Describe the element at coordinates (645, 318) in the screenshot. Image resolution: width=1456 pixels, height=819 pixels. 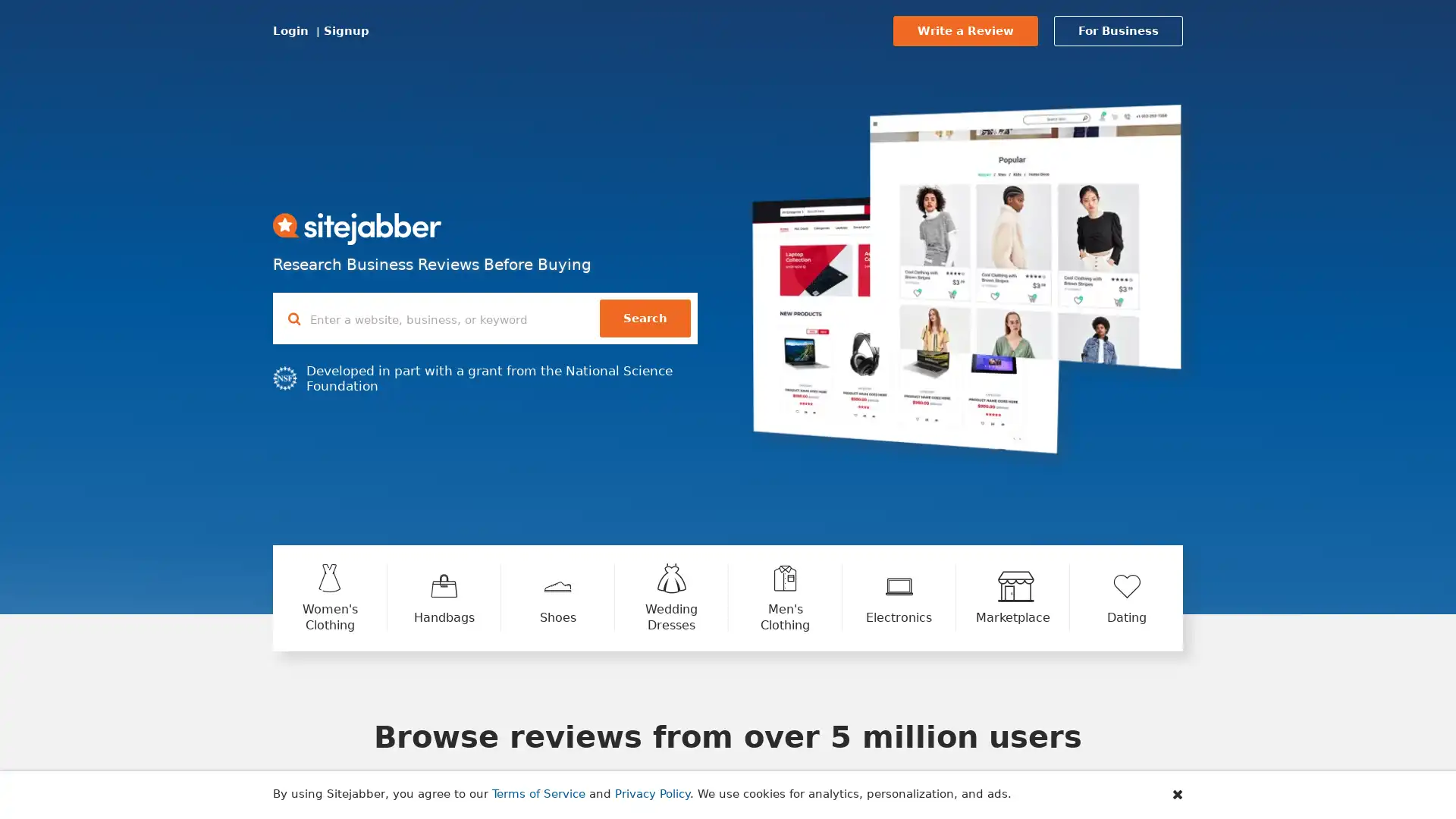
I see `Search` at that location.